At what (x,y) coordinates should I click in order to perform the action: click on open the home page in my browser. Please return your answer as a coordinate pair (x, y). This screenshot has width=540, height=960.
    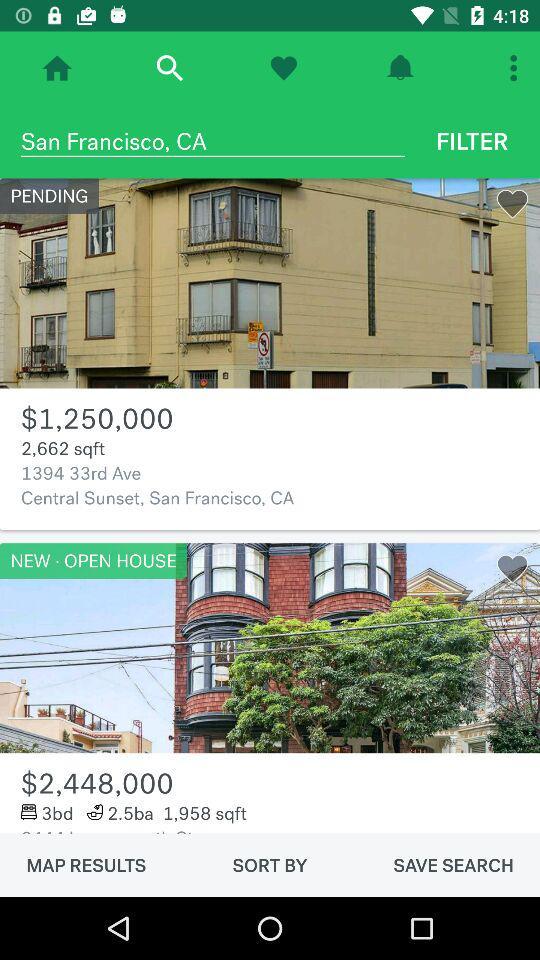
    Looking at the image, I should click on (57, 68).